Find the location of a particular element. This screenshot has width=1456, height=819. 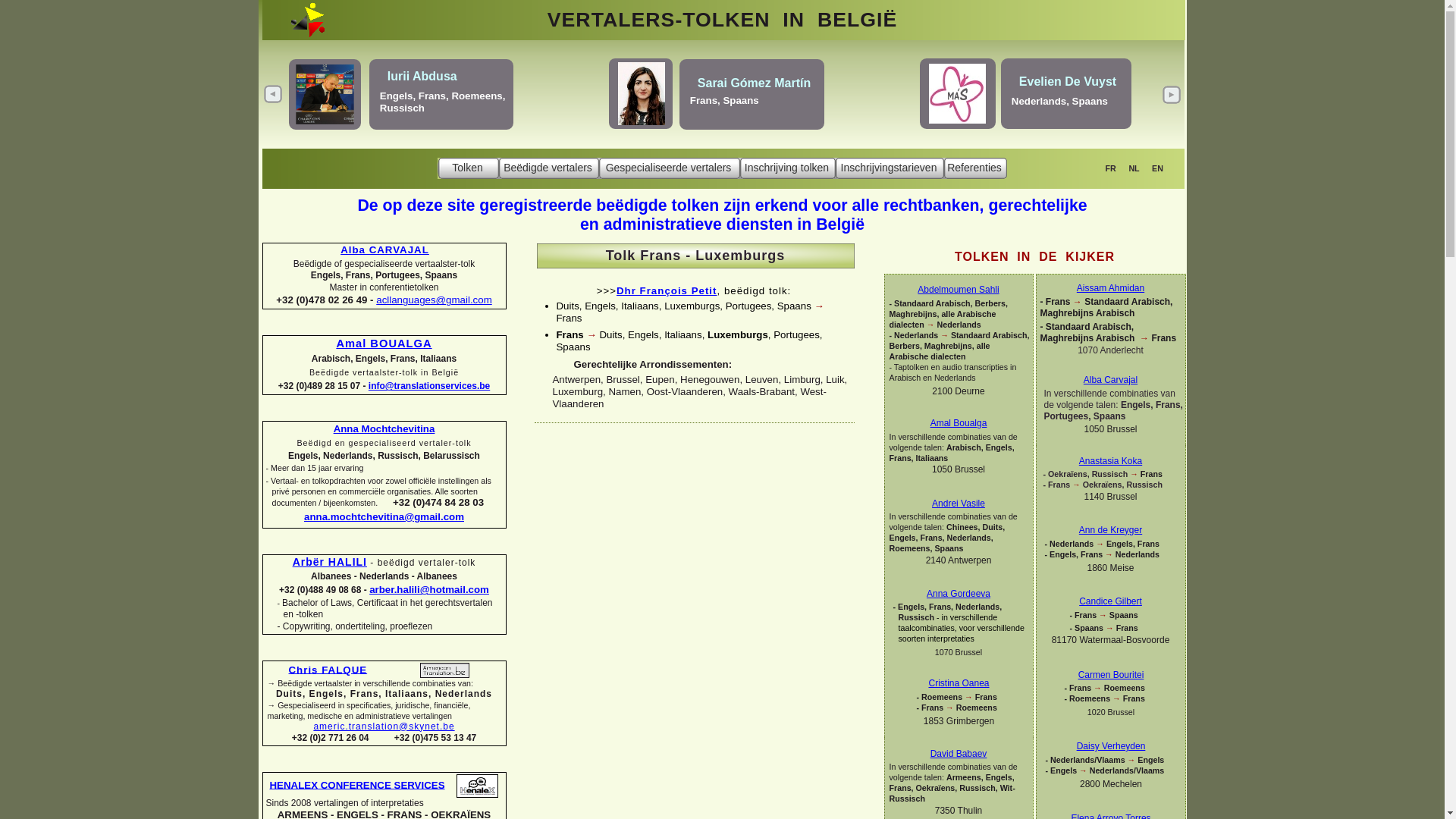

'Alba Carvajal' is located at coordinates (1083, 379).